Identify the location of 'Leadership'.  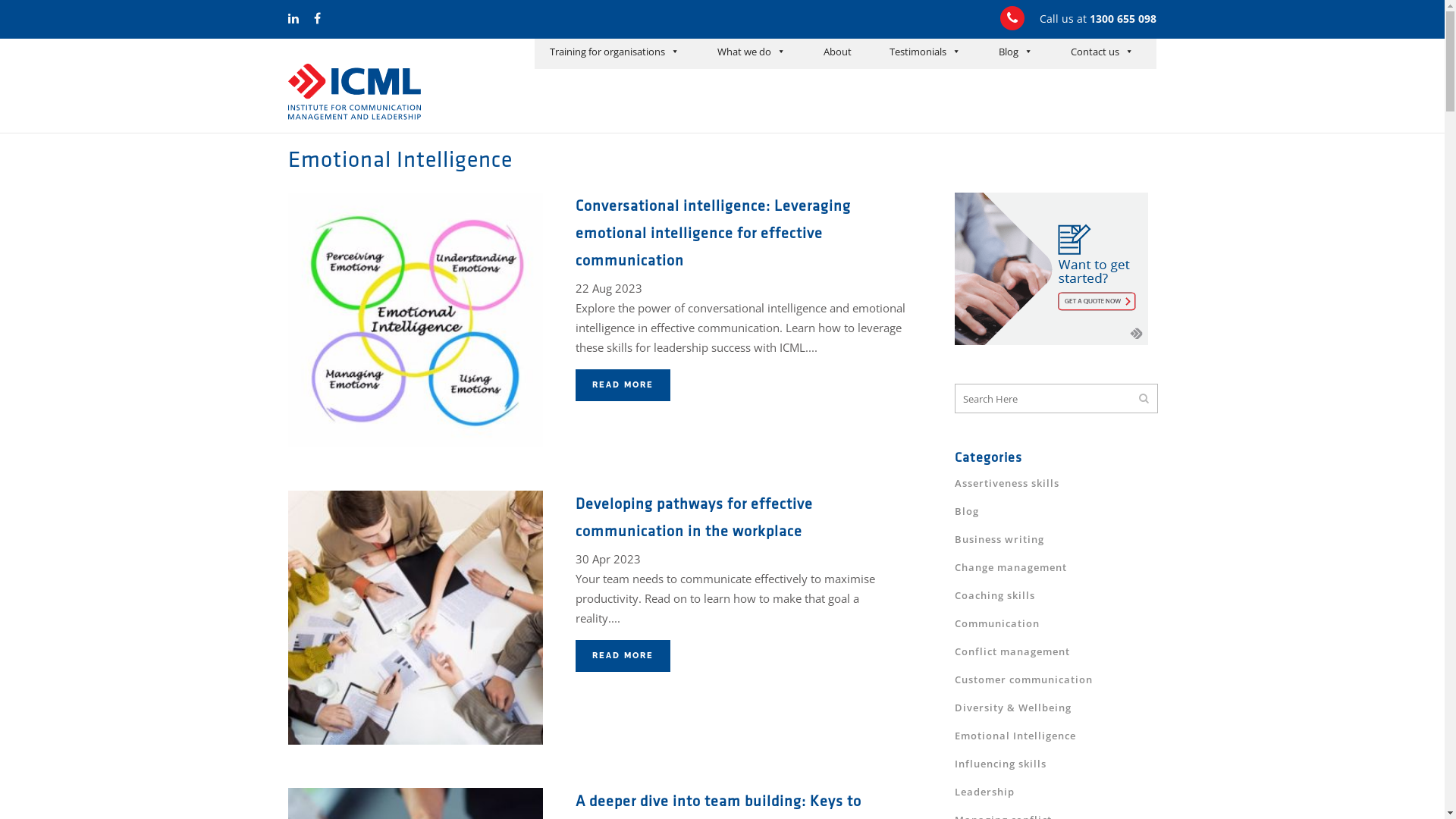
(984, 791).